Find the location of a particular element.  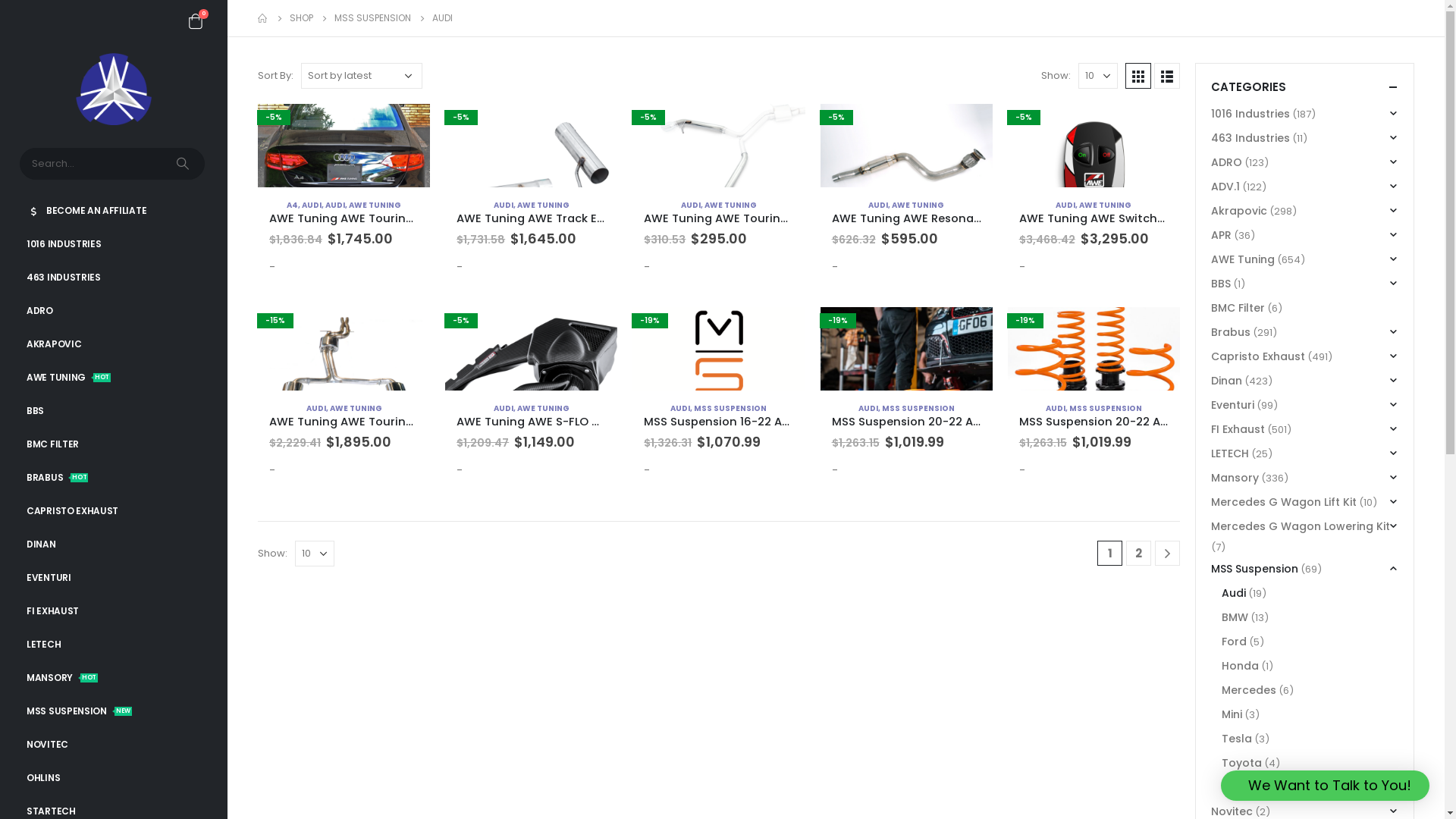

'1016 INDUSTRIES' is located at coordinates (112, 243).